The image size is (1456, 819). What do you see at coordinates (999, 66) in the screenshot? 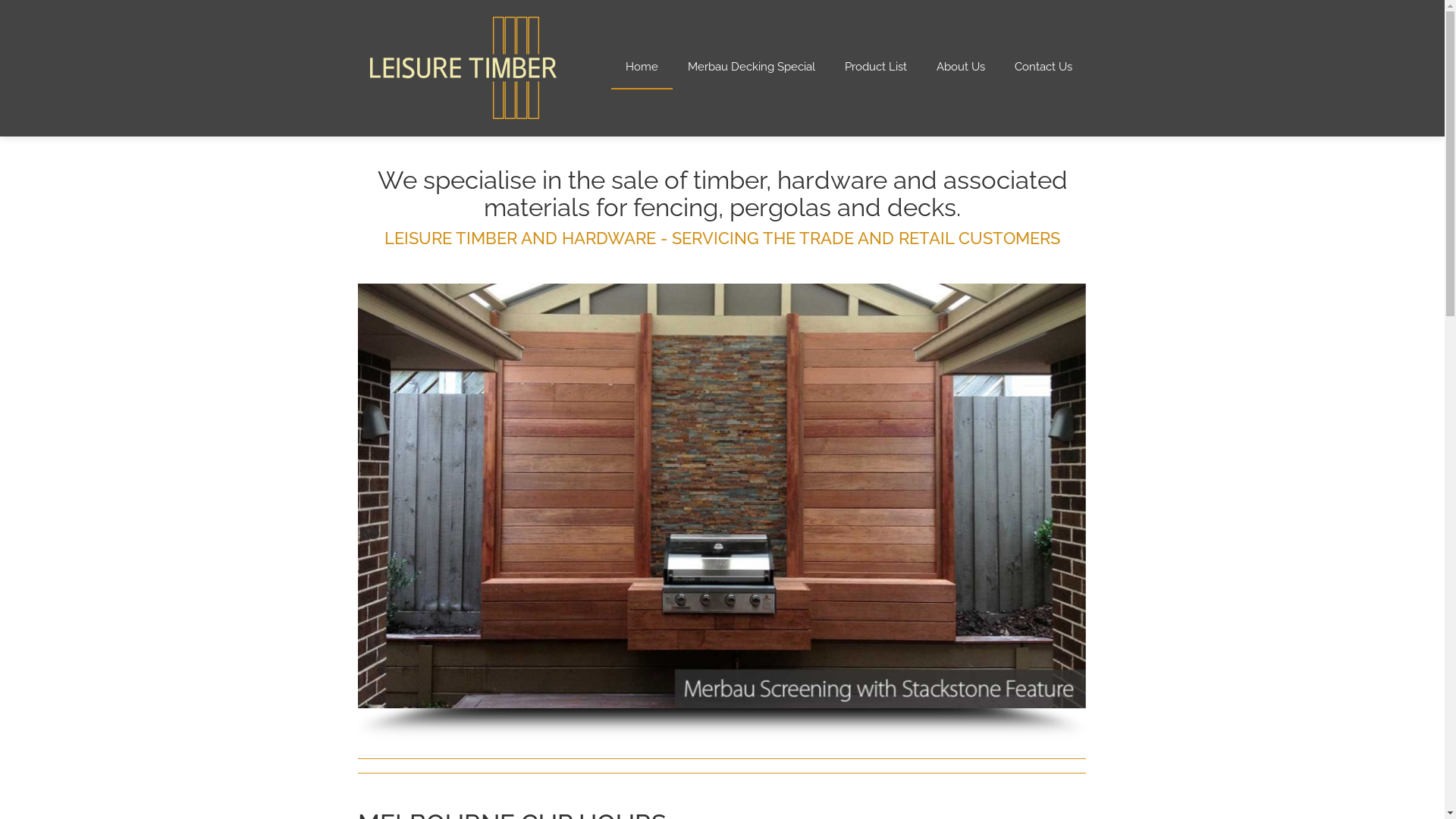
I see `'Contact Us'` at bounding box center [999, 66].